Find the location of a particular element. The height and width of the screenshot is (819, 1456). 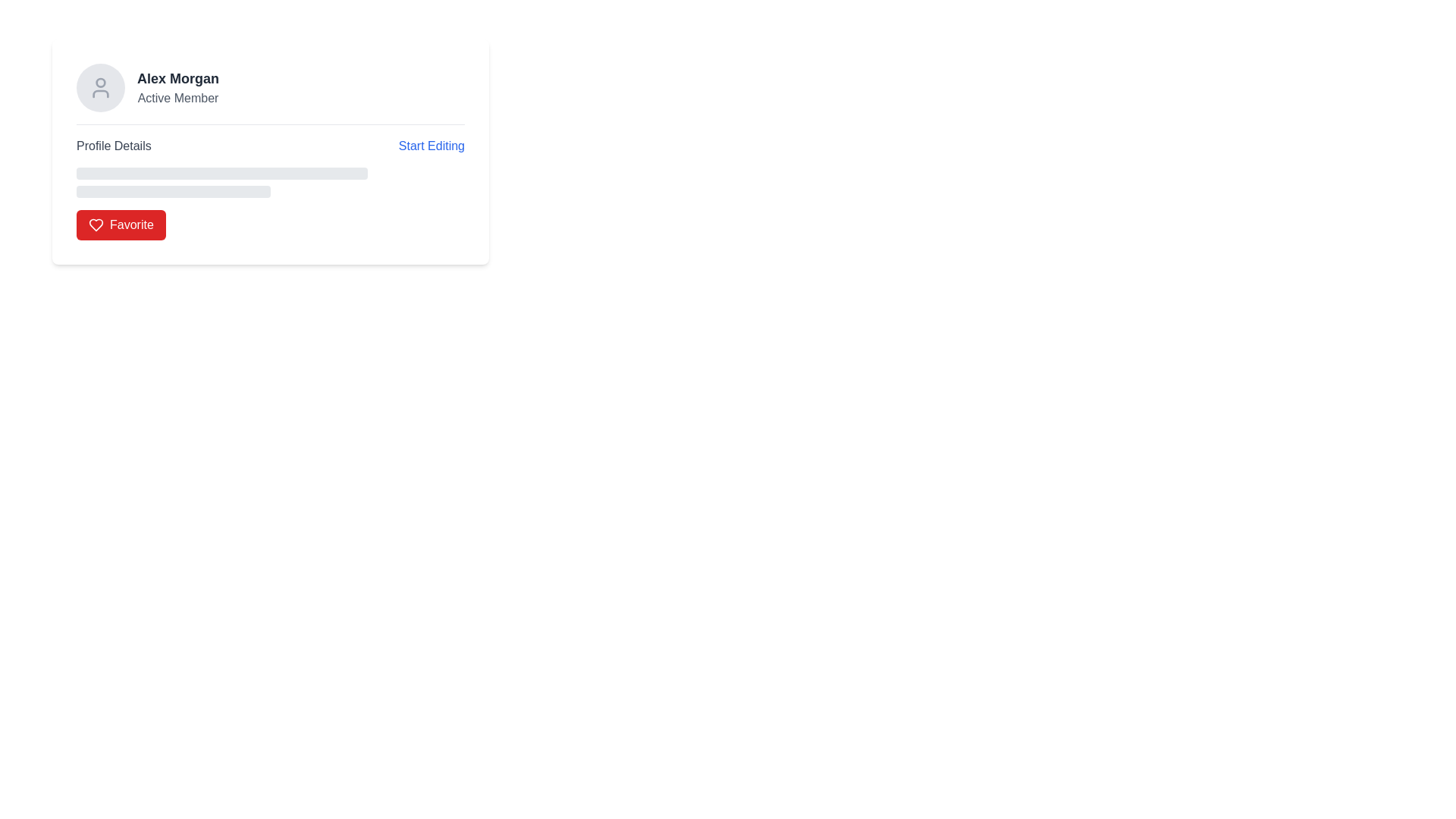

the text label 'Active Member' which is styled in gray and located directly below 'Alex Morgan' in the profile card is located at coordinates (178, 99).